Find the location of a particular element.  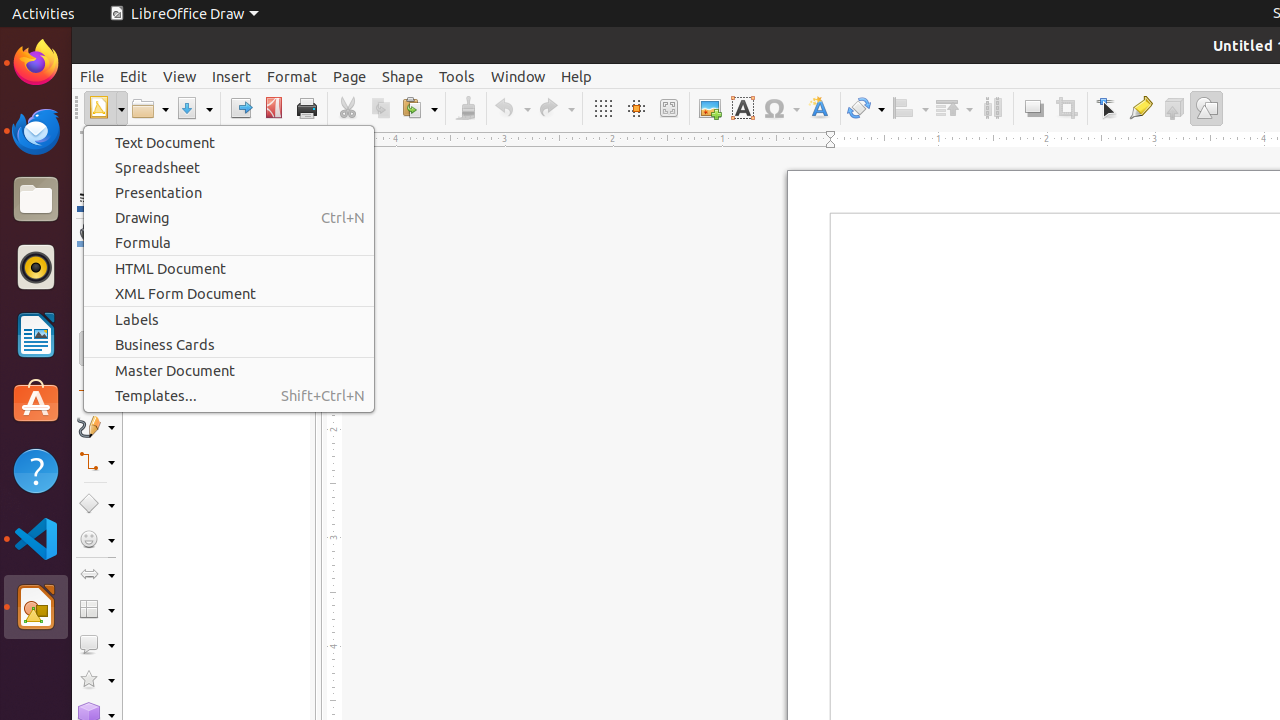

'Ubuntu Software' is located at coordinates (35, 403).